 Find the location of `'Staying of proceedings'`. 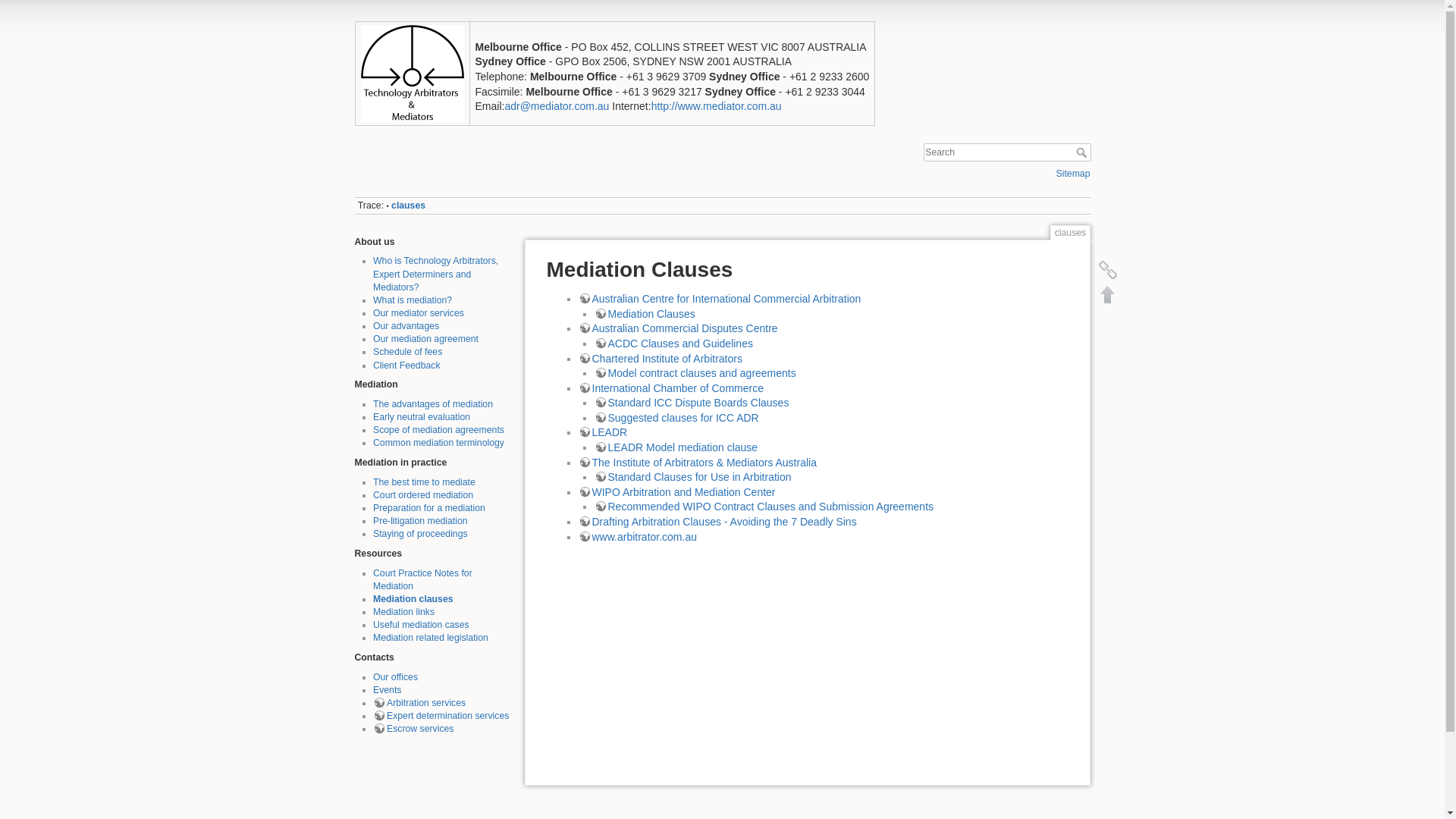

'Staying of proceedings' is located at coordinates (420, 533).